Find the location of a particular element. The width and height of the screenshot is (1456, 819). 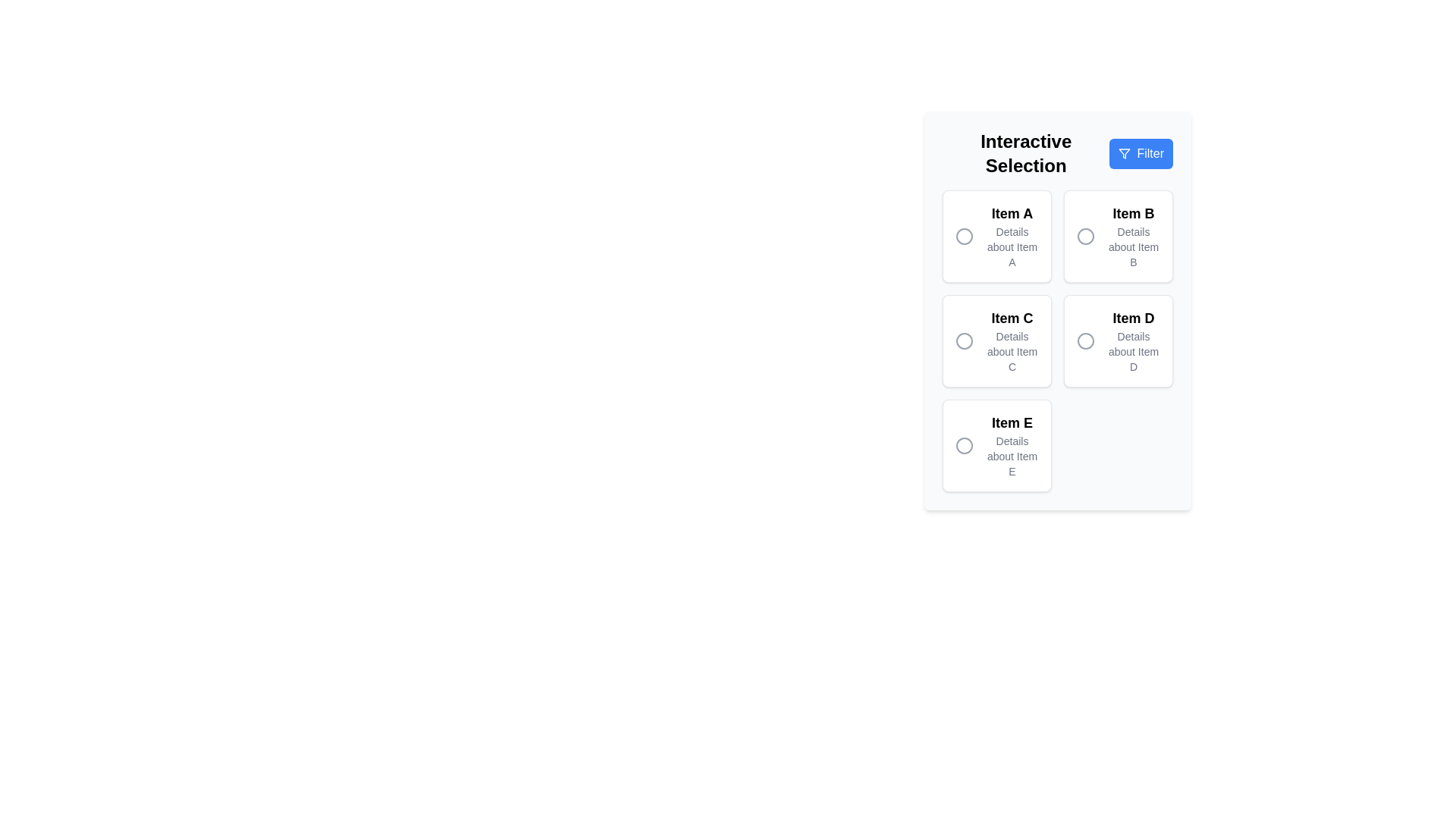

the bold-faced static text label reading 'Item B' located in the top-right quadrant of the card layout is located at coordinates (1133, 213).